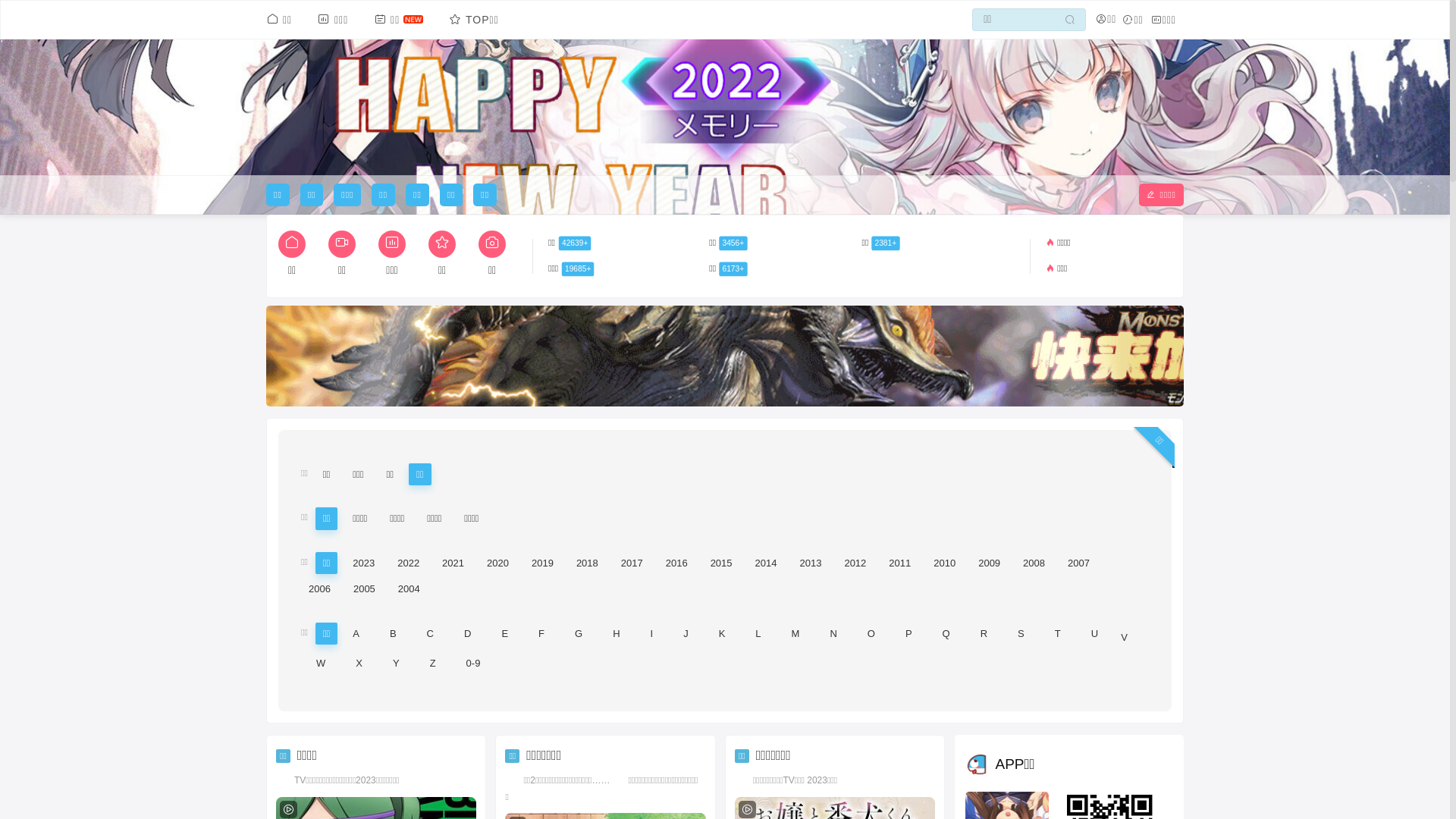  Describe the element at coordinates (946, 633) in the screenshot. I see `'Q'` at that location.